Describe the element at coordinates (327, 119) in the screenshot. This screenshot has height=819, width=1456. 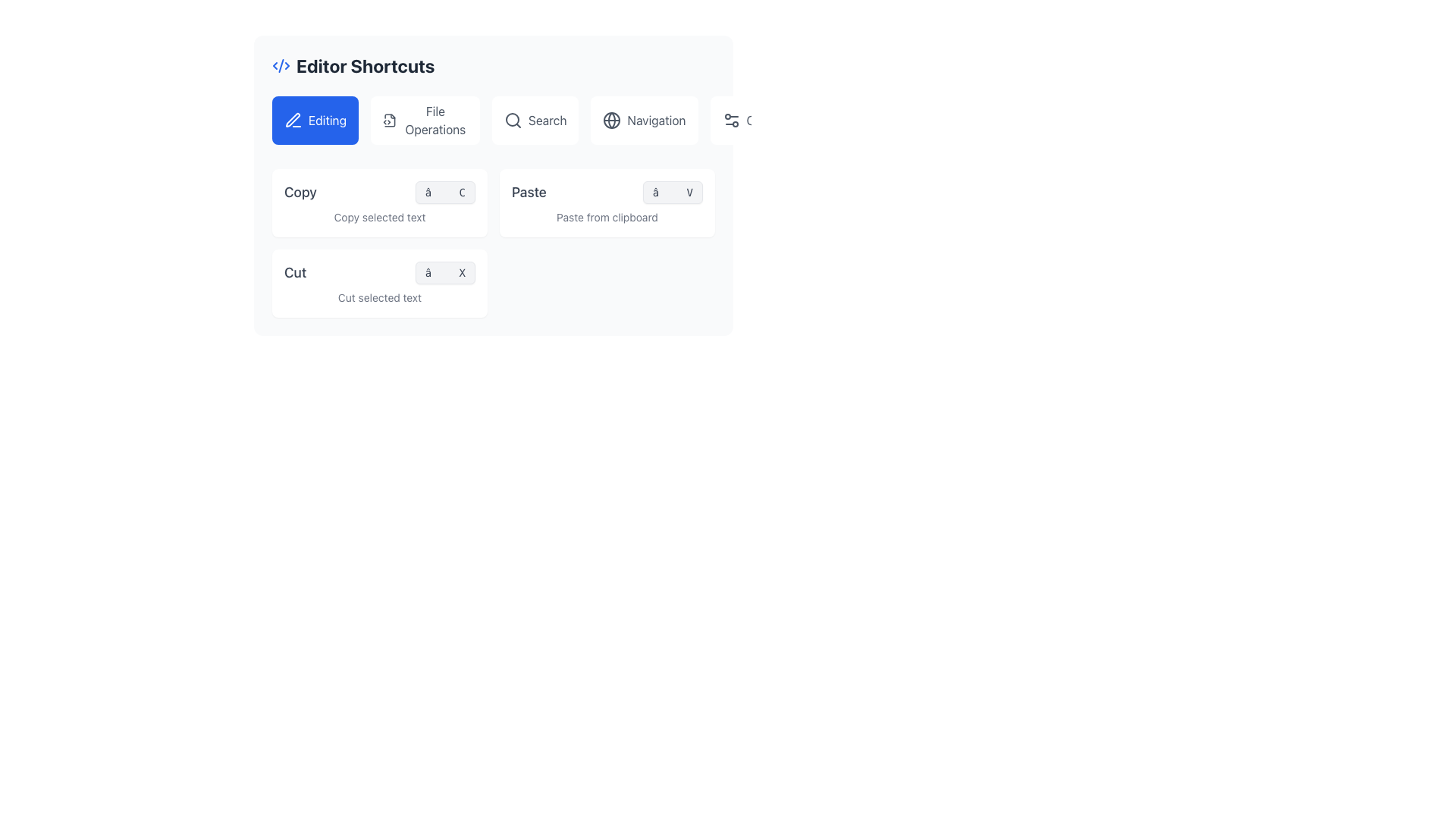
I see `the text label displaying 'Editing' in white text on a blue button background located in the upper-left corner of the 'Editor Shortcuts' section` at that location.